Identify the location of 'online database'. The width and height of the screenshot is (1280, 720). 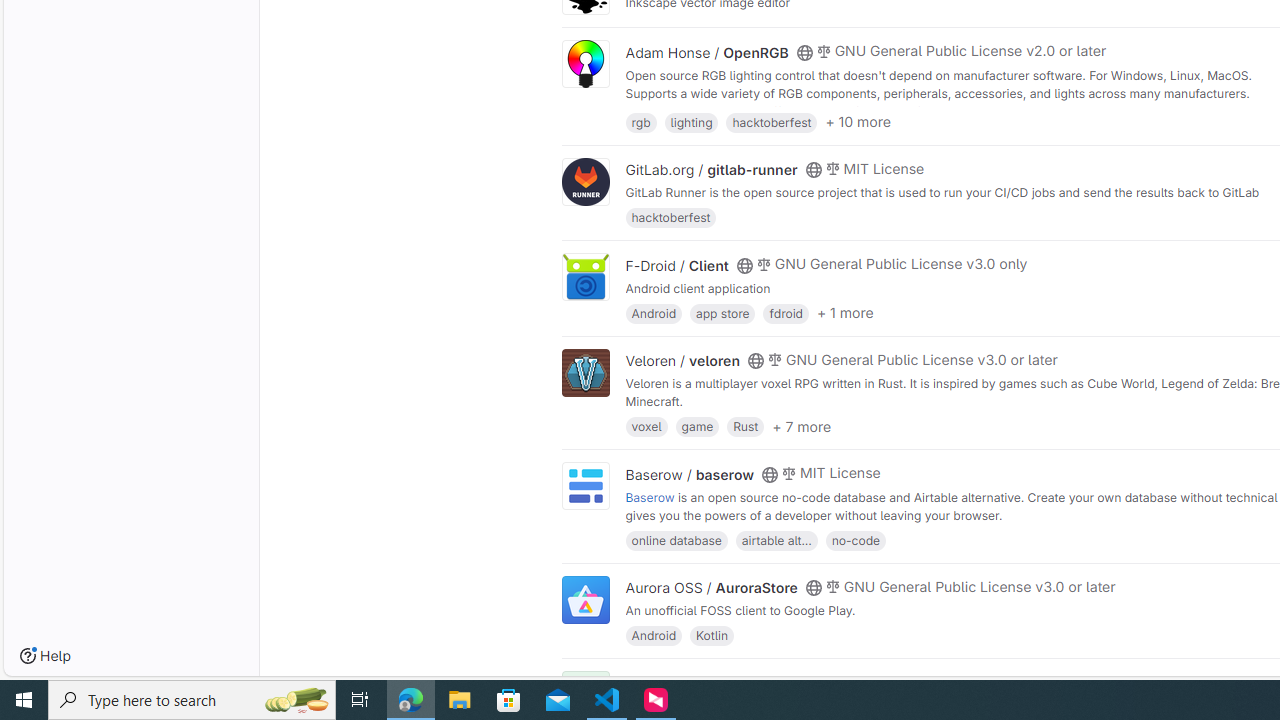
(676, 538).